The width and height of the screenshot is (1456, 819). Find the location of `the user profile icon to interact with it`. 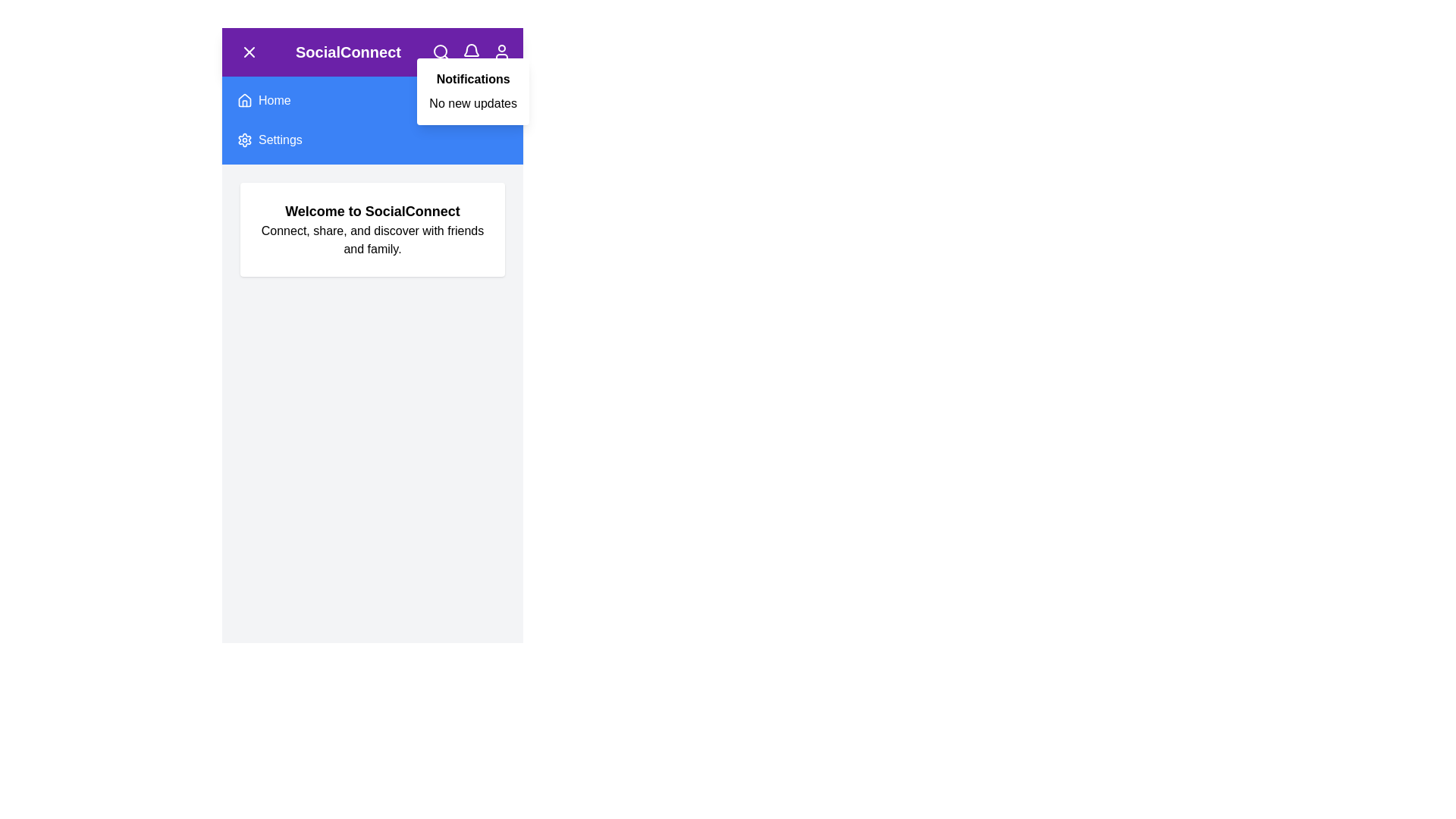

the user profile icon to interact with it is located at coordinates (502, 52).